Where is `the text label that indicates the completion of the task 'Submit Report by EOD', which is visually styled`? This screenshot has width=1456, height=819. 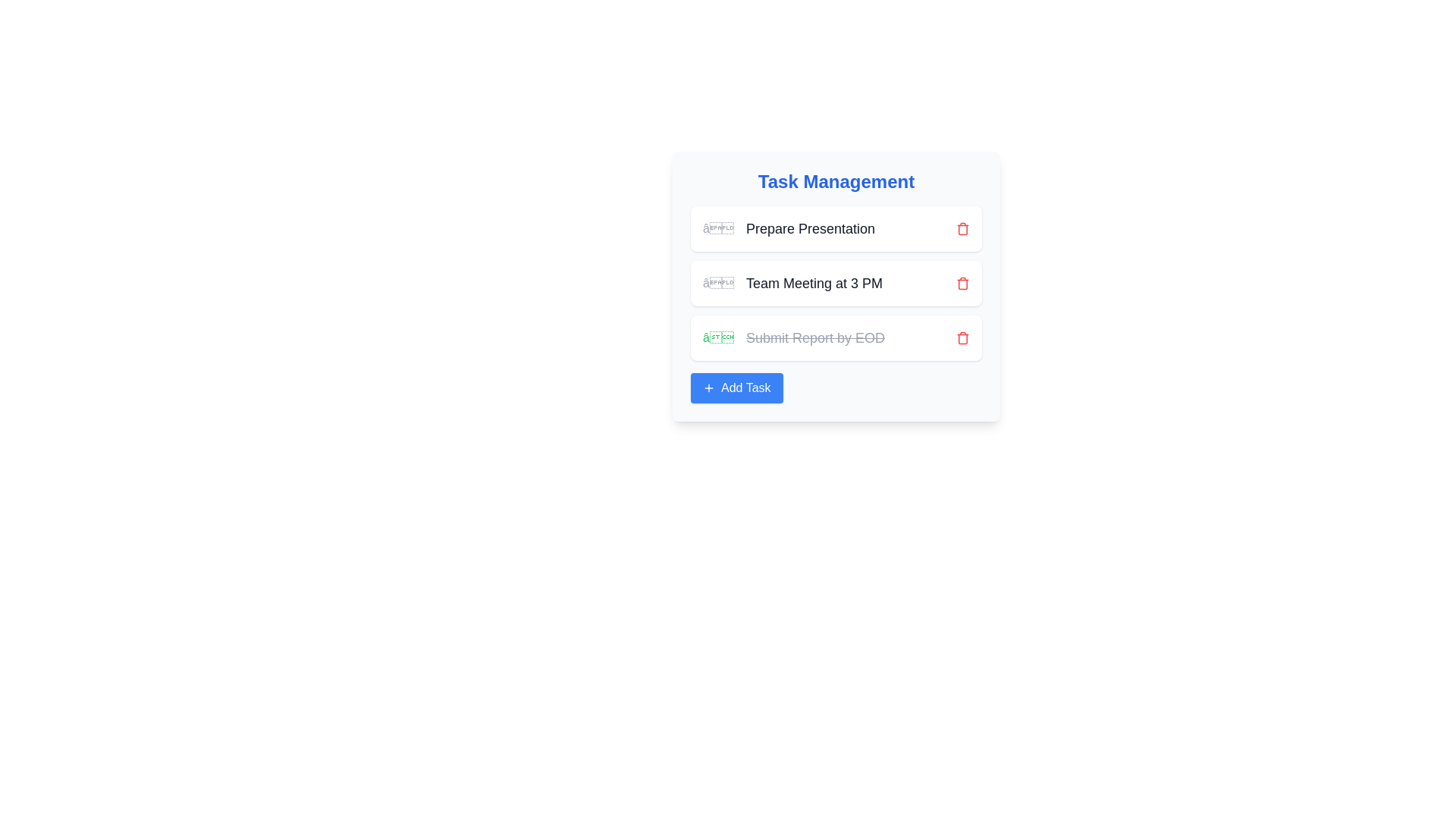
the text label that indicates the completion of the task 'Submit Report by EOD', which is visually styled is located at coordinates (814, 337).